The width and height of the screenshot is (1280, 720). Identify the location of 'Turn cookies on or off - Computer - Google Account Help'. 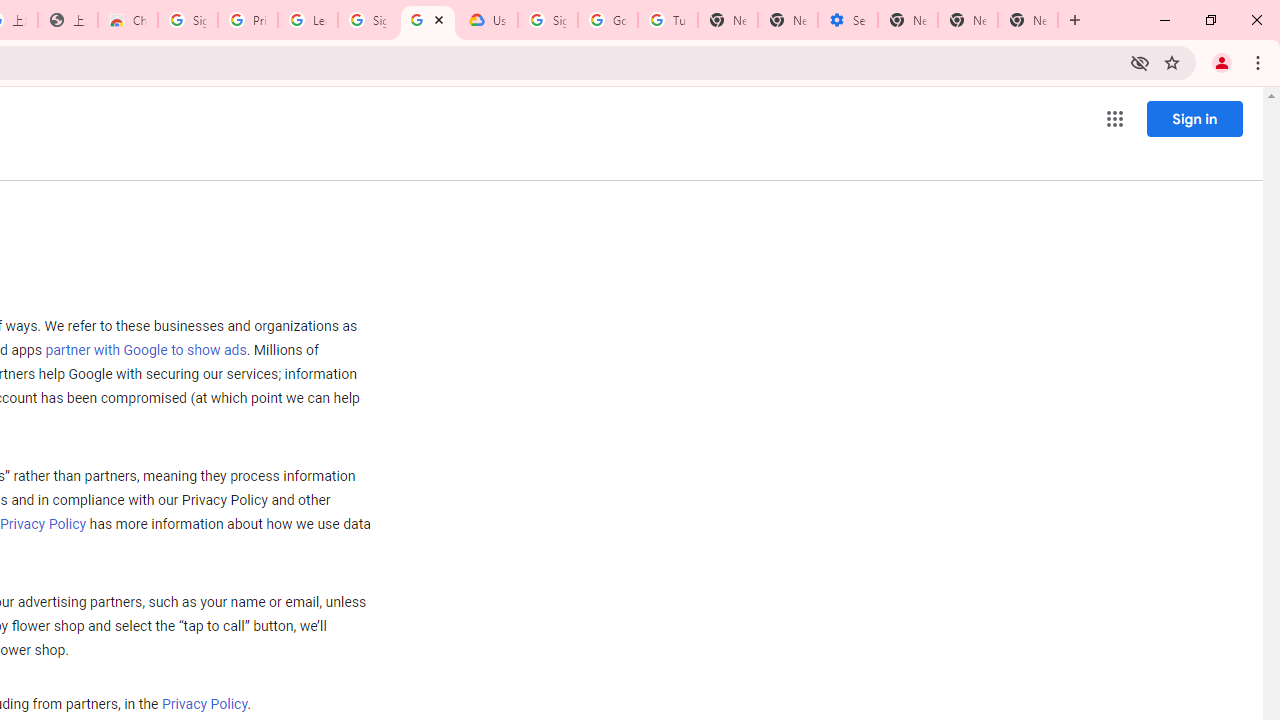
(667, 20).